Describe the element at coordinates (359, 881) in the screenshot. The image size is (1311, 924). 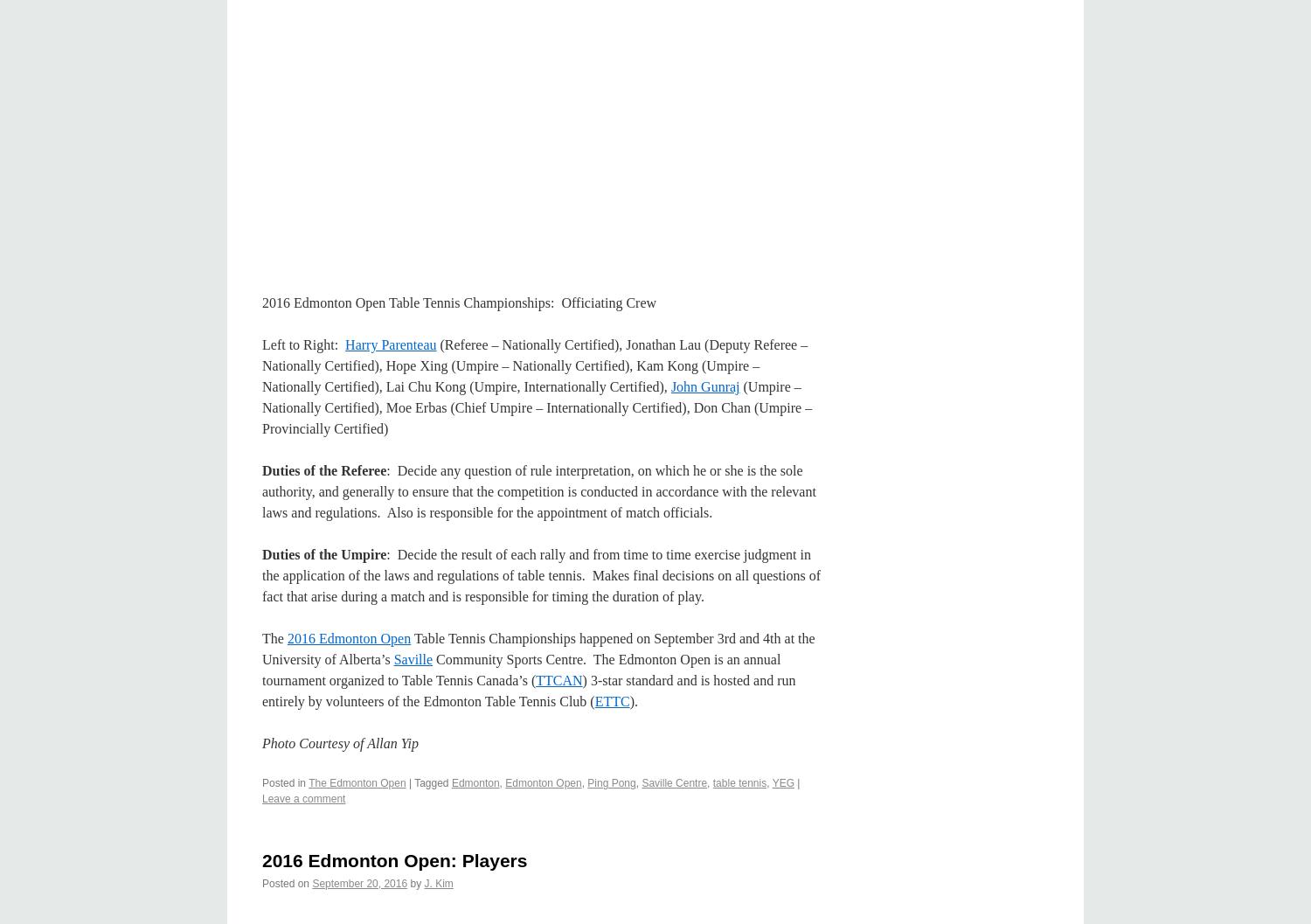
I see `'September 20, 2016'` at that location.